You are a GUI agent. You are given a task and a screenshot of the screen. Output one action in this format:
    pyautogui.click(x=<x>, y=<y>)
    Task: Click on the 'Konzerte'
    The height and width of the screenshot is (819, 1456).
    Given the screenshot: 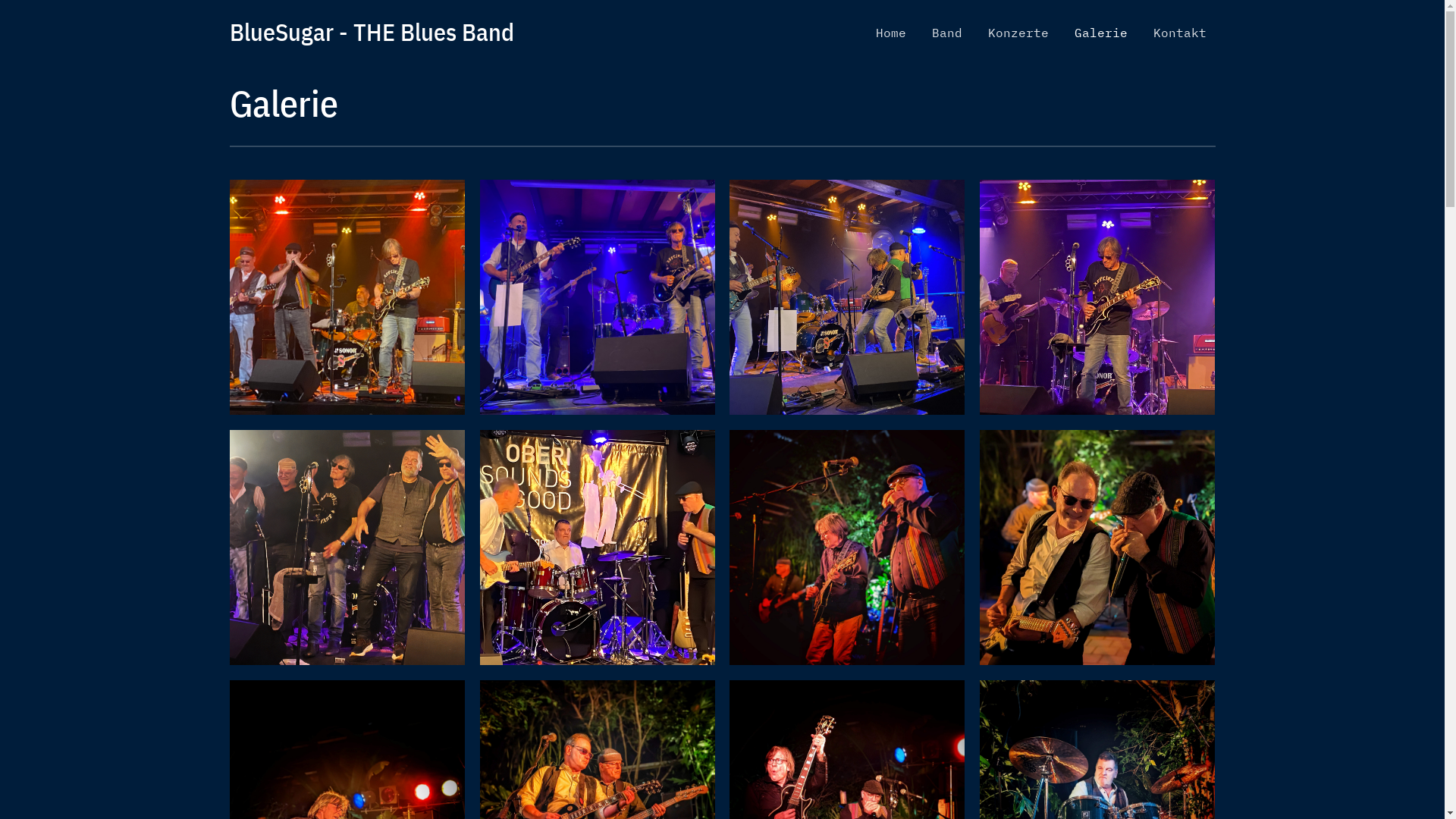 What is the action you would take?
    pyautogui.click(x=1018, y=32)
    